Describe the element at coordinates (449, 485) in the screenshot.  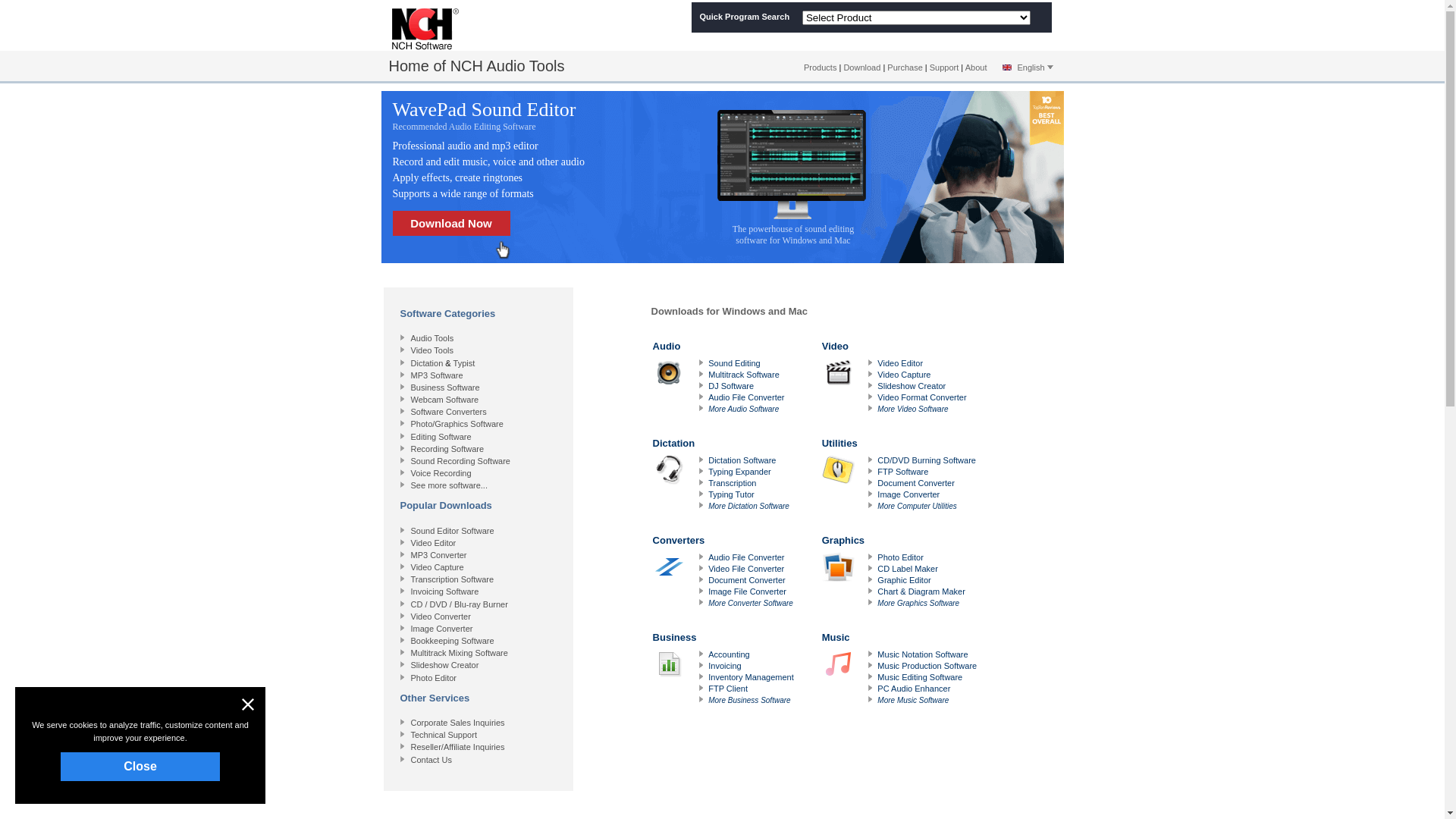
I see `'See more software...'` at that location.